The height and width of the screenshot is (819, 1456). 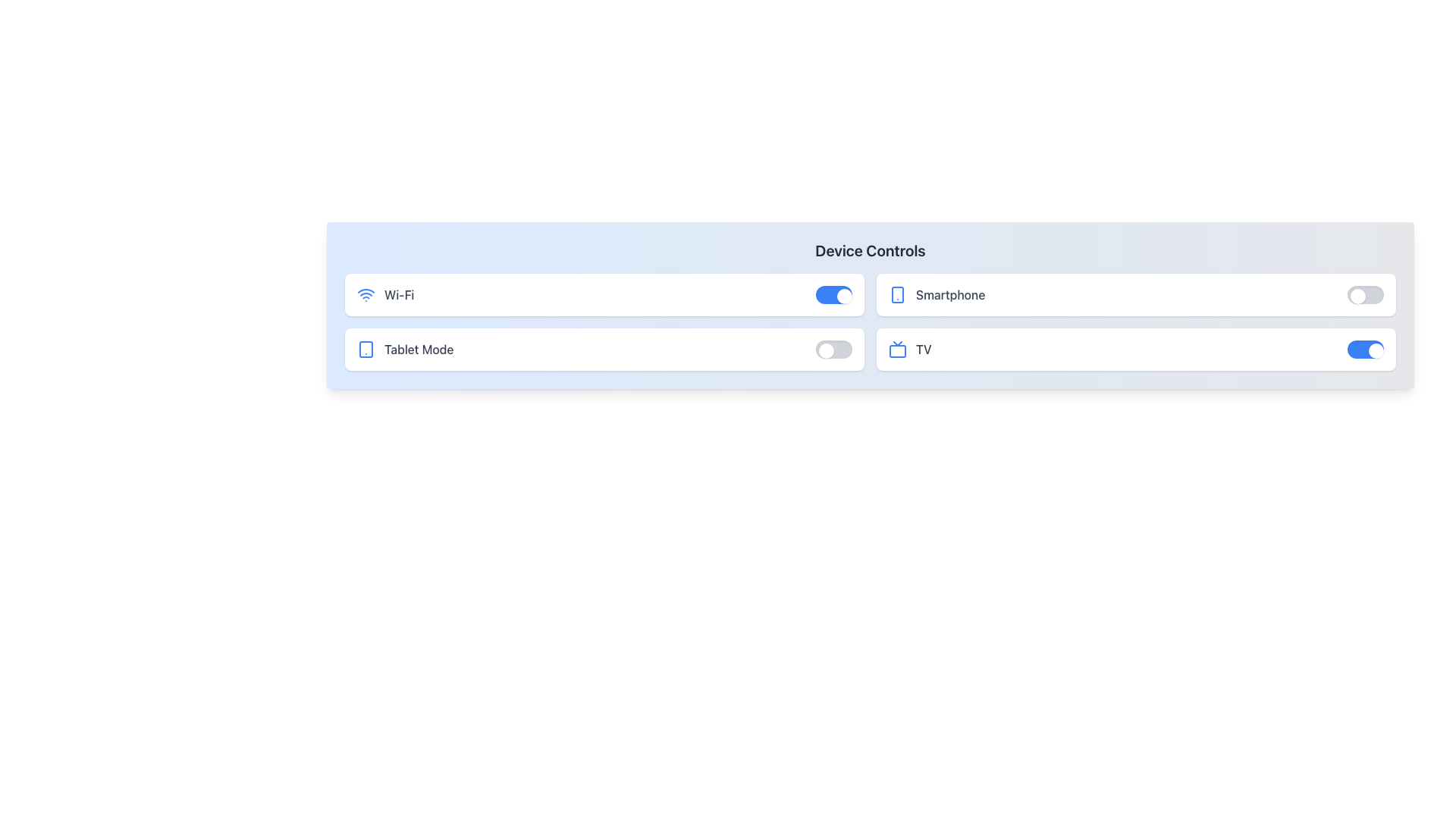 What do you see at coordinates (833, 350) in the screenshot?
I see `the toggle switch styled as a horizontal pill-shaped button located on the right side of the 'Tablet Mode' row` at bounding box center [833, 350].